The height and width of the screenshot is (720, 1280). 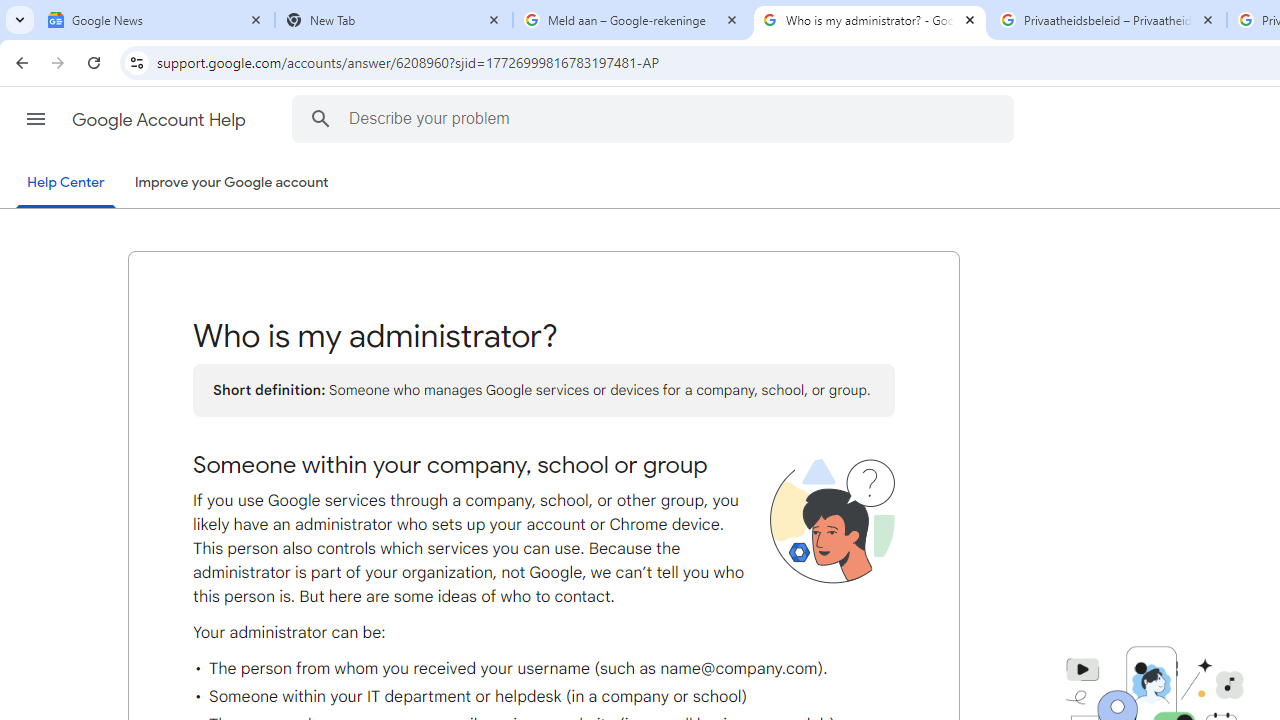 What do you see at coordinates (870, 20) in the screenshot?
I see `'Who is my administrator? - Google Account Help'` at bounding box center [870, 20].